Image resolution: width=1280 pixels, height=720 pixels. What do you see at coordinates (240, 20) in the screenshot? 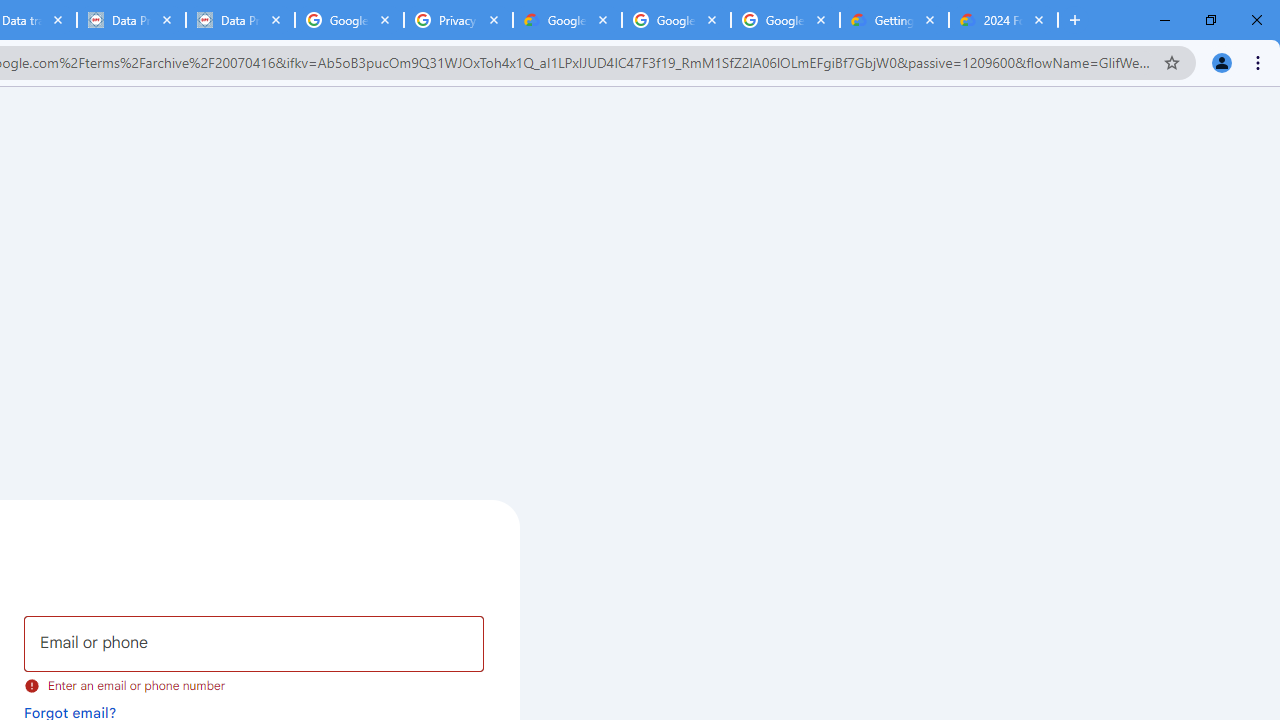
I see `'Data Privacy Framework'` at bounding box center [240, 20].